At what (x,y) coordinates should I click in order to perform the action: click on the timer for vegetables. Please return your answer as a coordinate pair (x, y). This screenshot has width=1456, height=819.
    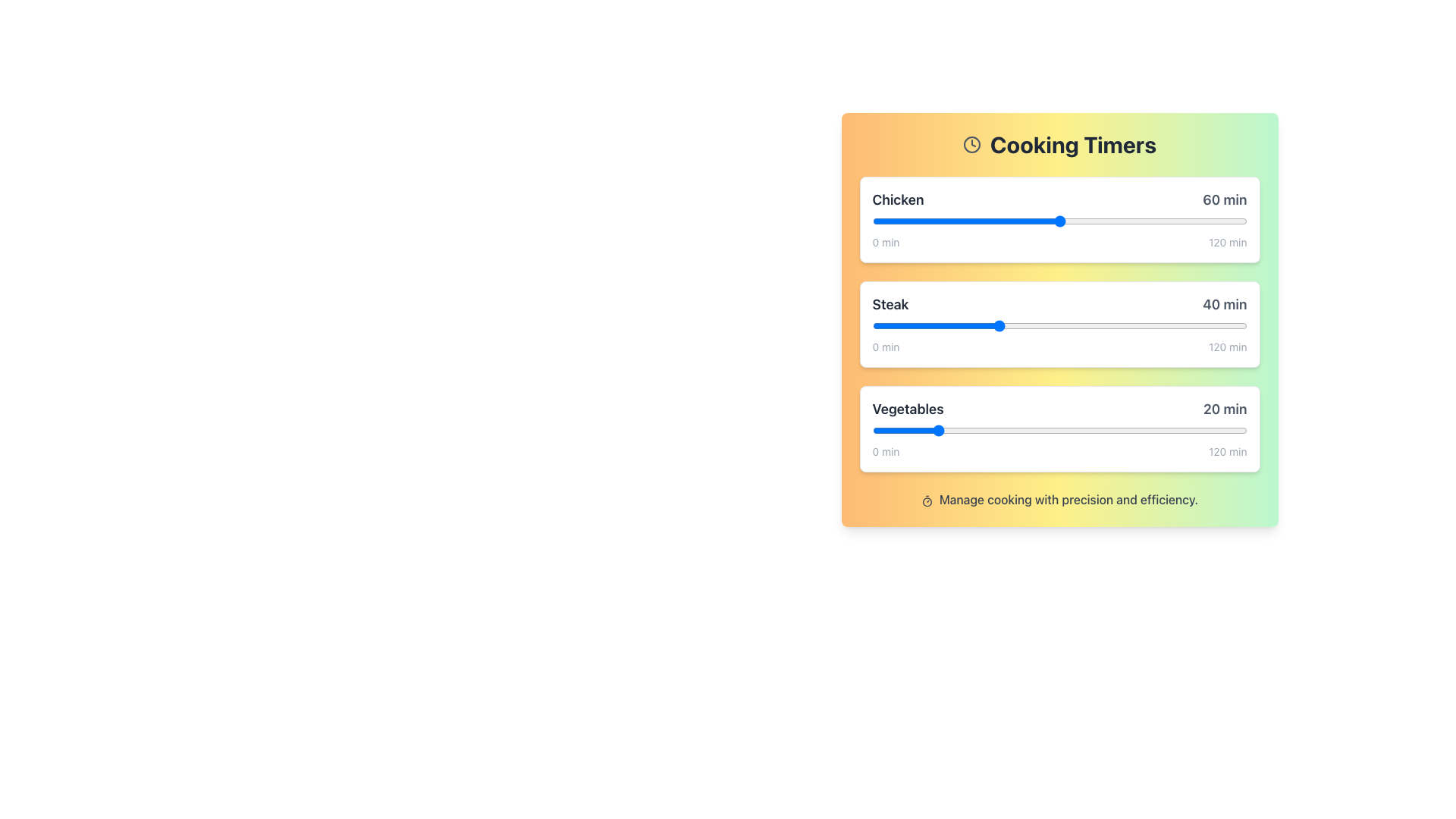
    Looking at the image, I should click on (1181, 430).